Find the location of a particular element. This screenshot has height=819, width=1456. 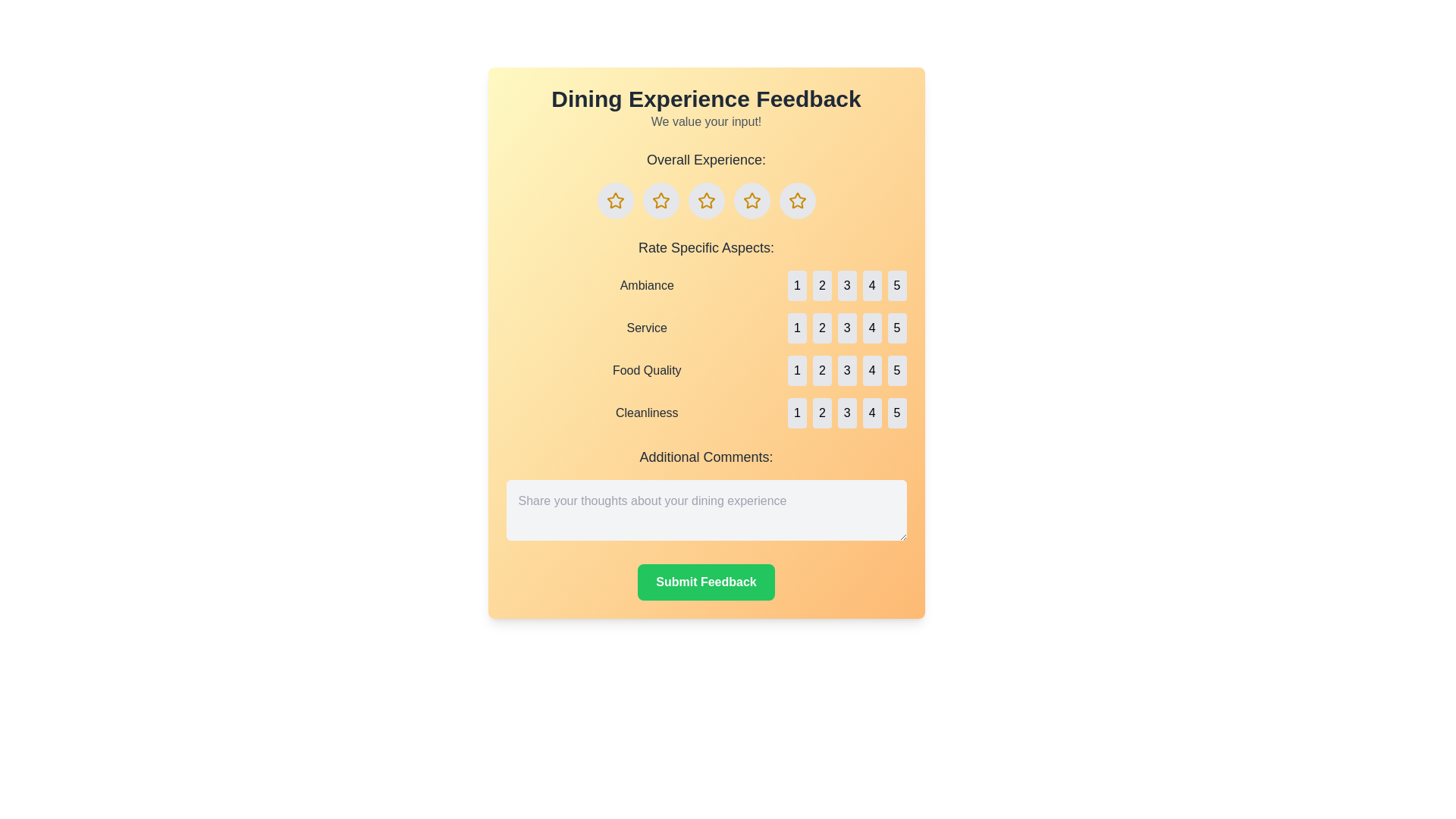

the fifth star icon used for rating purposes, which is styled in golden-yellow color and located under the text 'Overall Experience:' in a feedback form is located at coordinates (796, 200).